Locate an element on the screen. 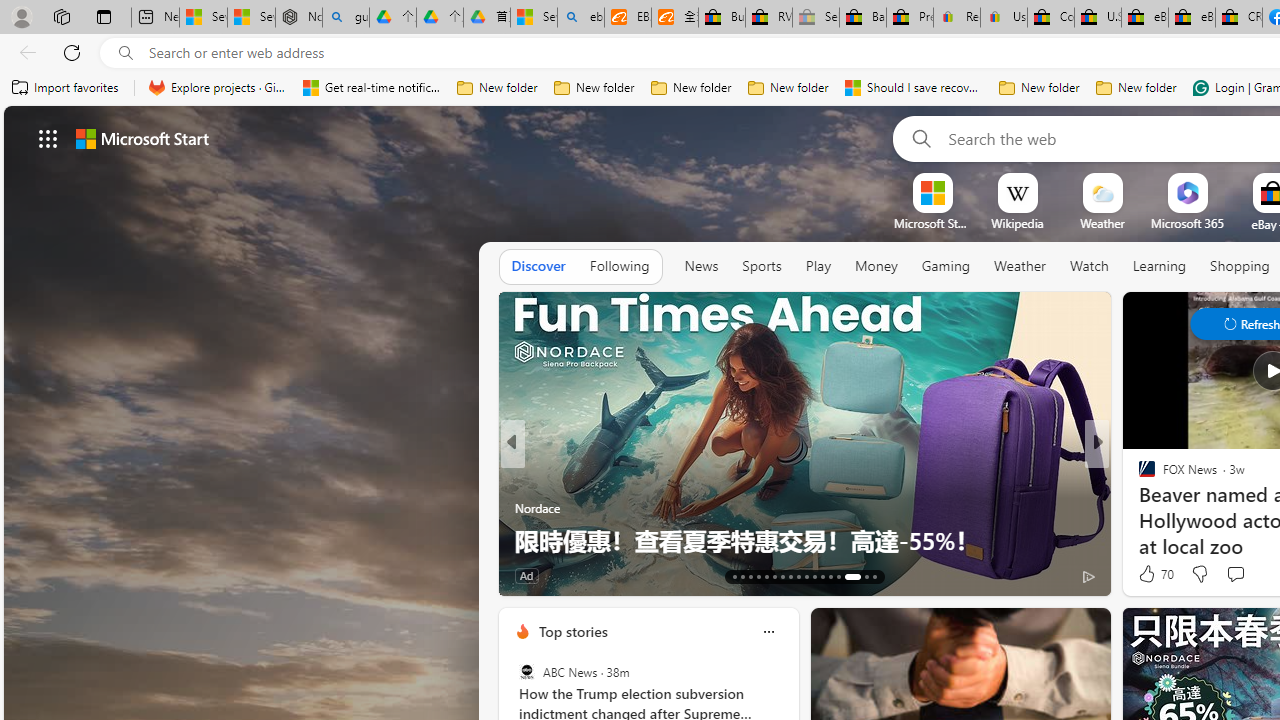  'Class: icon-img' is located at coordinates (767, 632).